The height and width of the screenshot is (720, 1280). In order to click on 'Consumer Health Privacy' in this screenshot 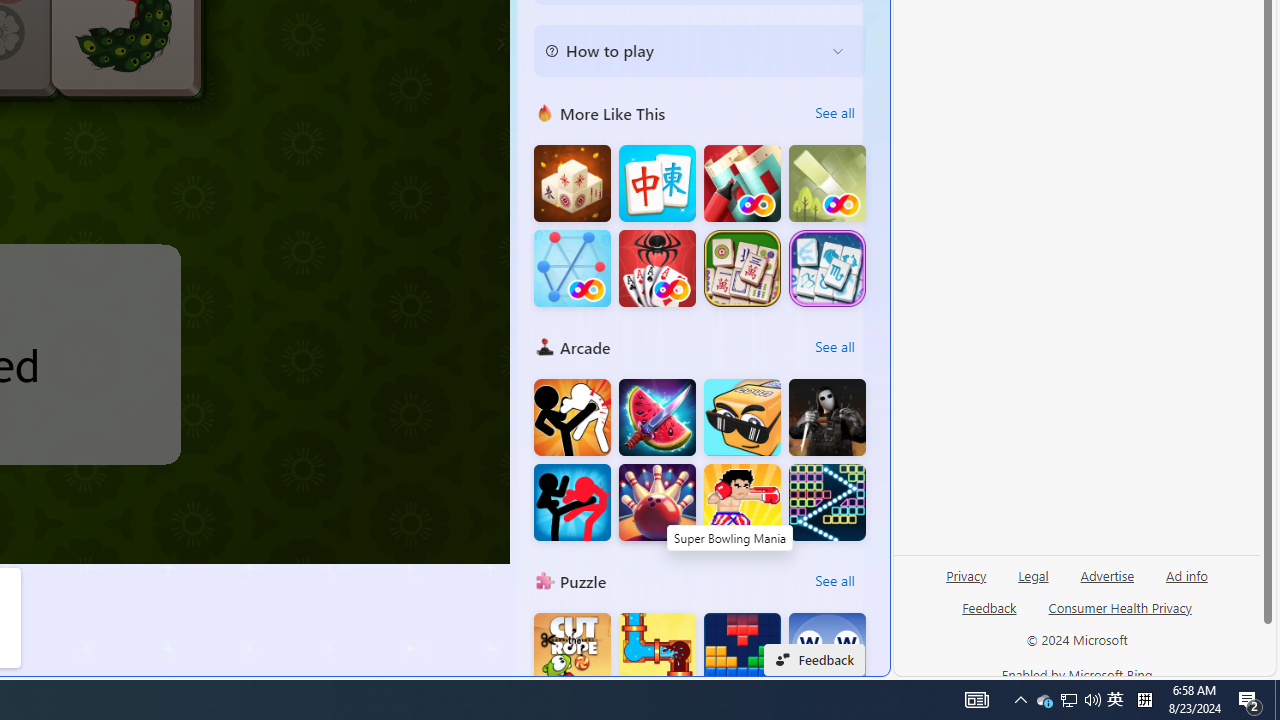, I will do `click(1120, 606)`.